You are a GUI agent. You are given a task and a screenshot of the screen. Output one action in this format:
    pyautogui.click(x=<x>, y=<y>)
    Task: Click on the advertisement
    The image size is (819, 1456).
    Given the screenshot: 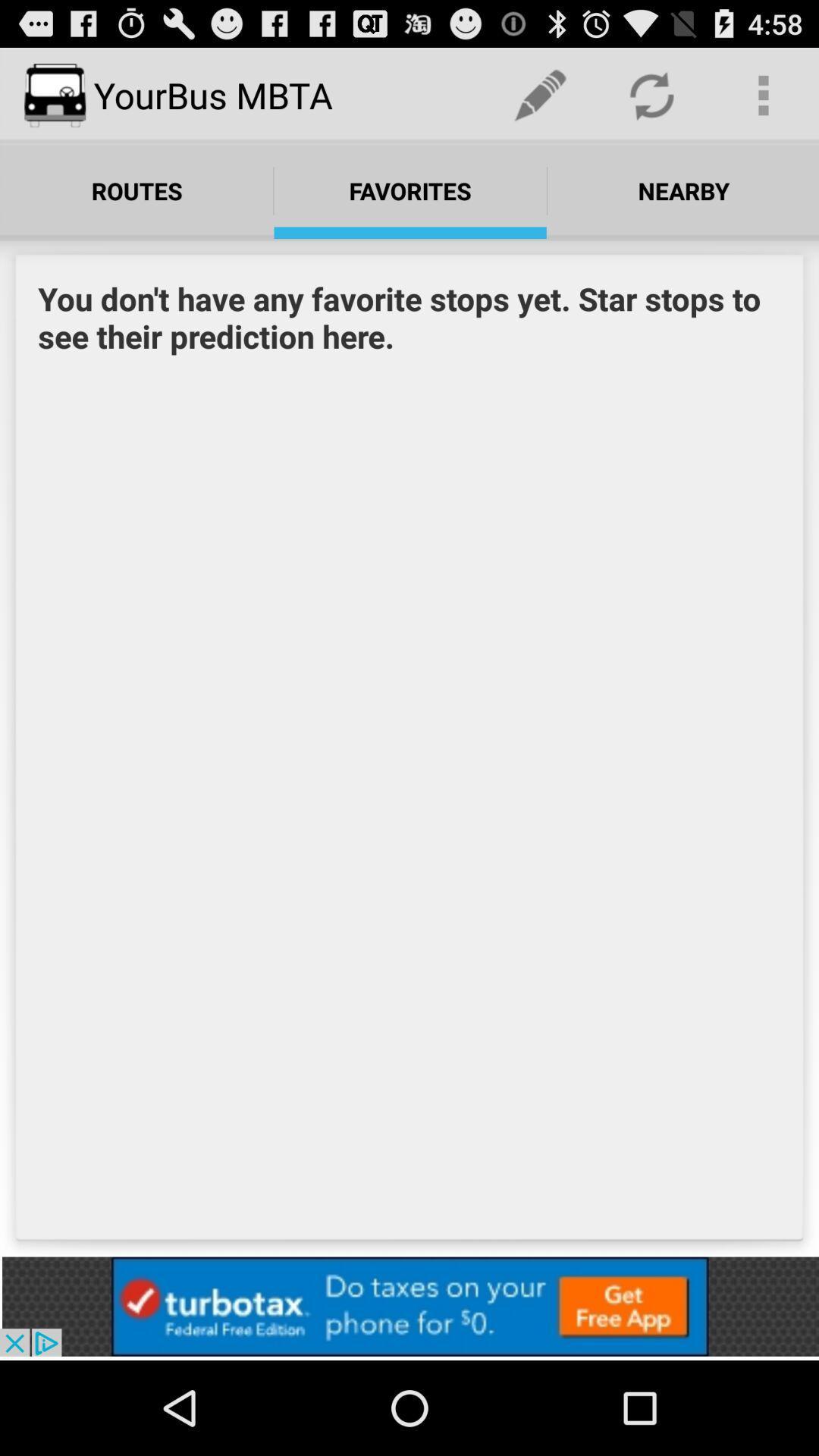 What is the action you would take?
    pyautogui.click(x=409, y=1306)
    